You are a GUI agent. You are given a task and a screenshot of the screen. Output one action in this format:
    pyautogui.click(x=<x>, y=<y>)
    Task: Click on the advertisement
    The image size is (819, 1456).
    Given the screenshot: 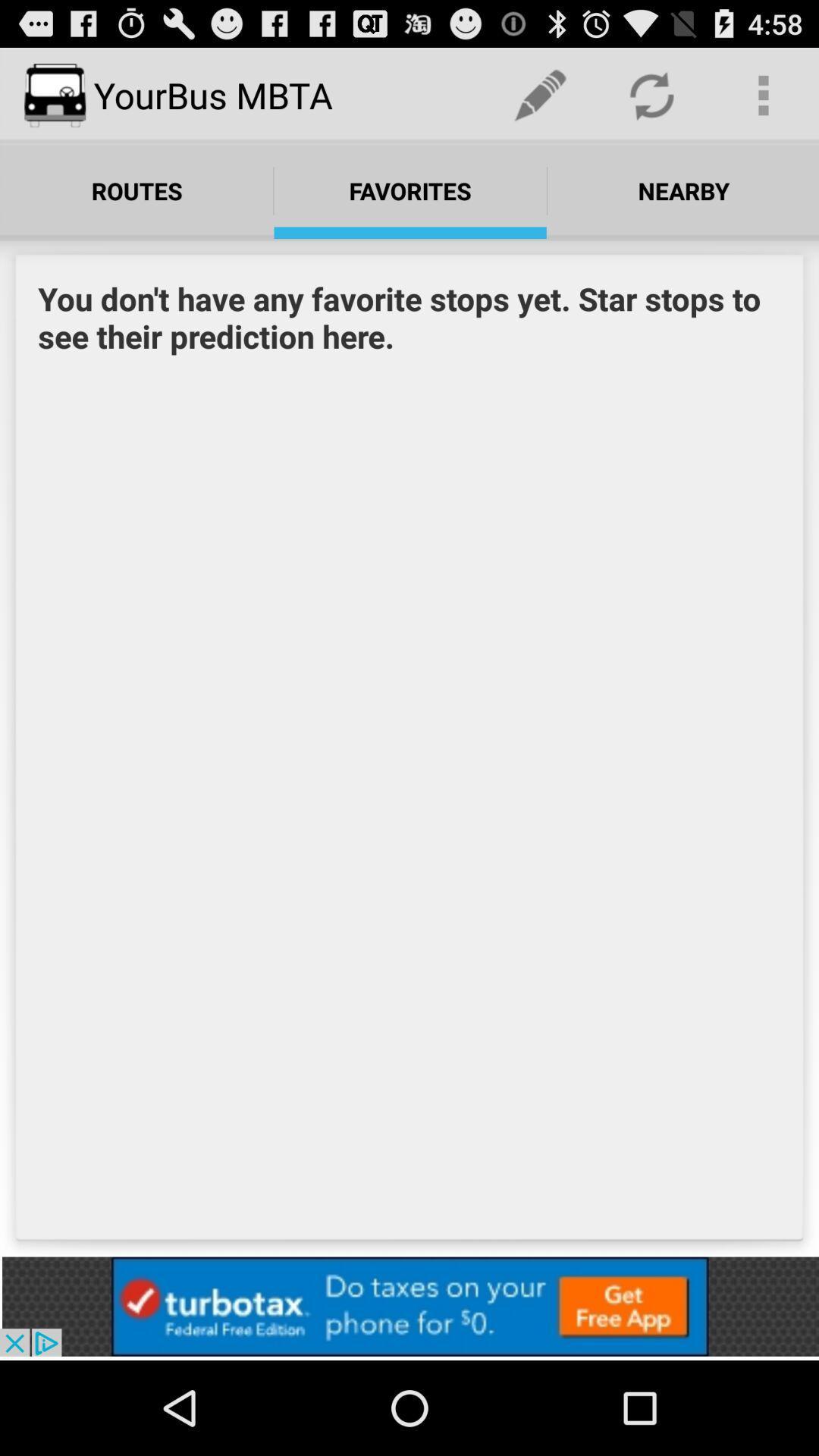 What is the action you would take?
    pyautogui.click(x=409, y=1306)
    